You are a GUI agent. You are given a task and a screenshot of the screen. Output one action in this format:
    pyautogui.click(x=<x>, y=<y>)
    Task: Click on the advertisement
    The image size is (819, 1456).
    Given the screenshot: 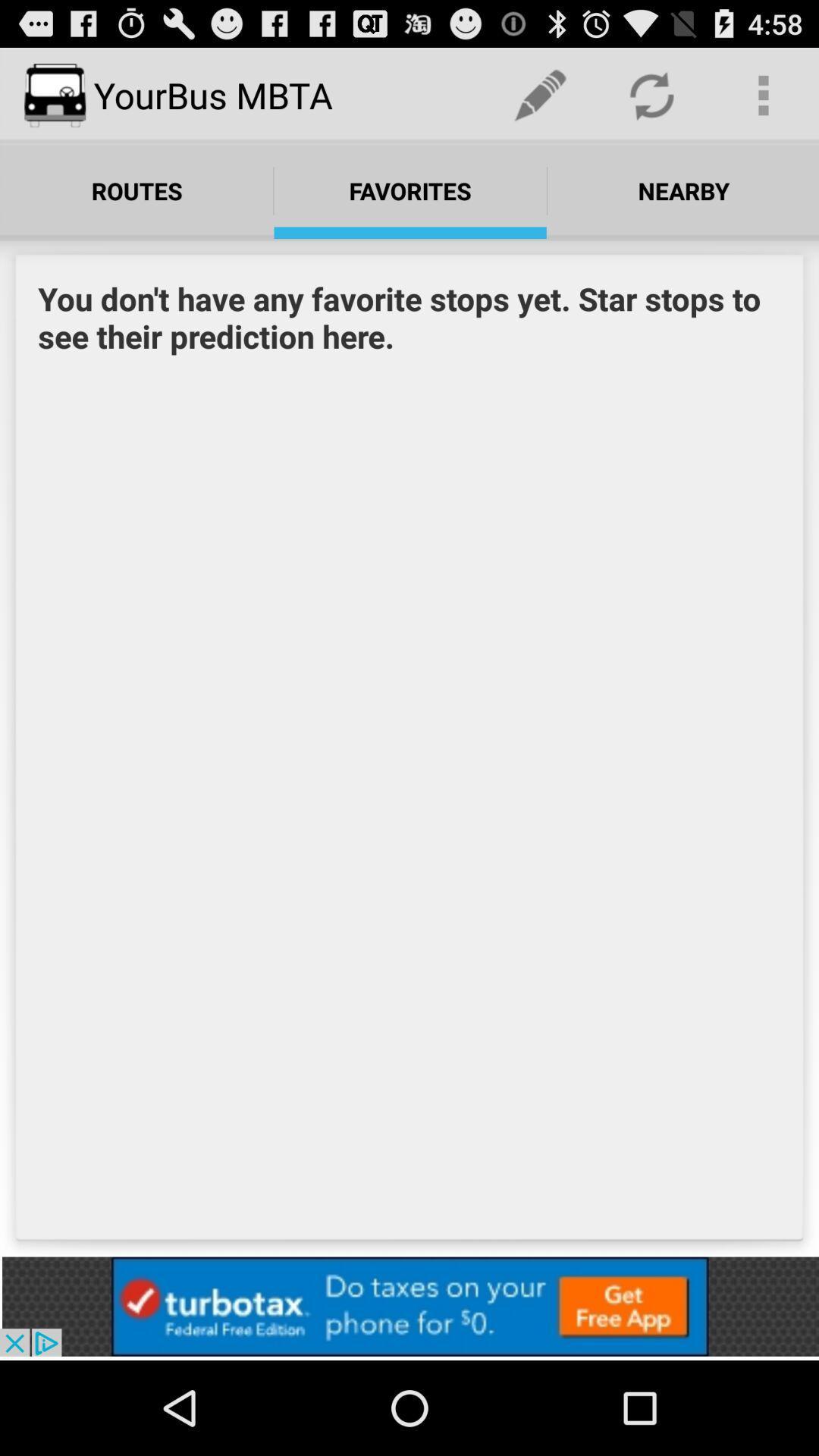 What is the action you would take?
    pyautogui.click(x=409, y=1306)
    